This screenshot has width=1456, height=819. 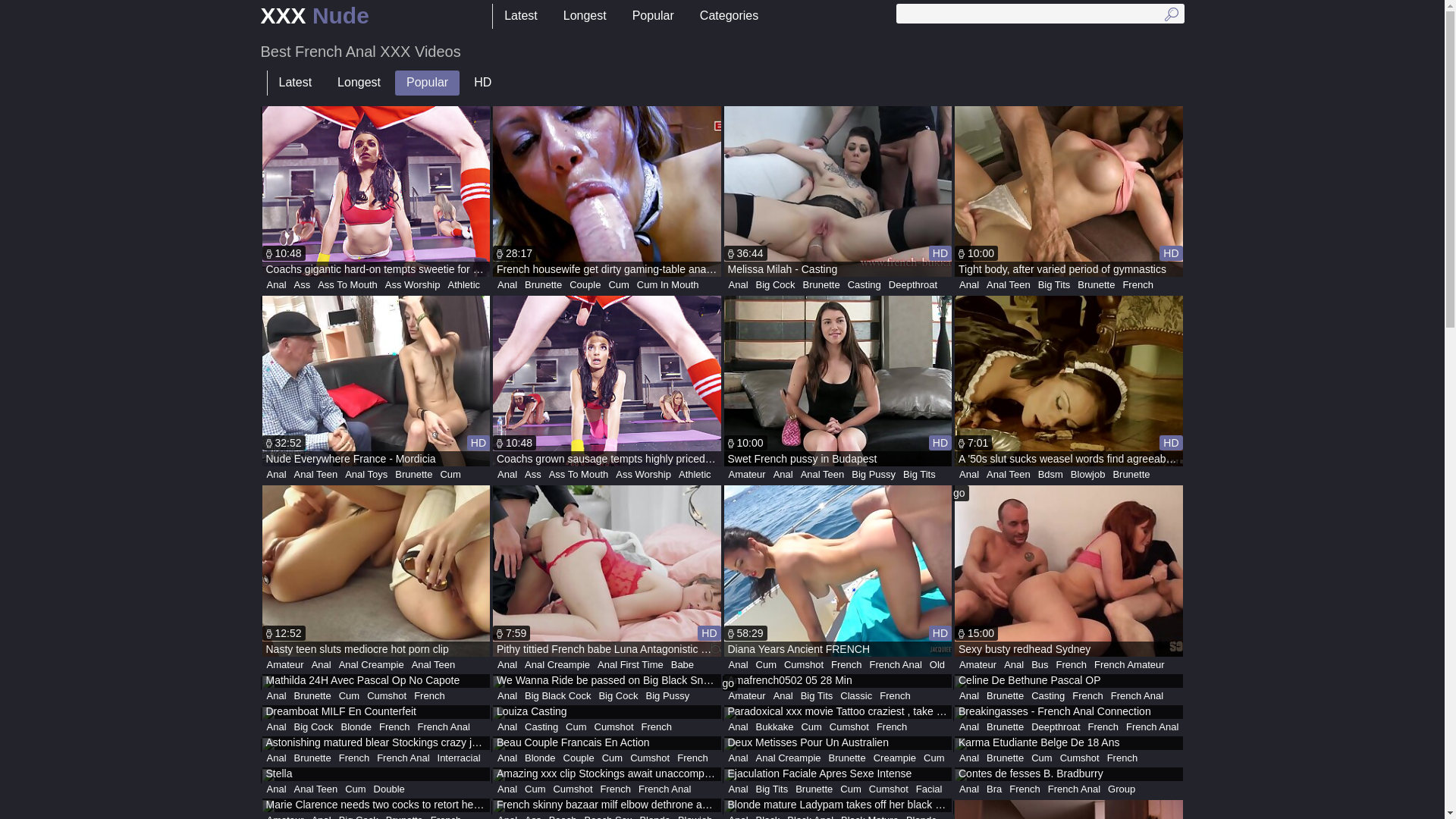 I want to click on 'Amafrench0502 05 28 Min, so click(x=836, y=680).